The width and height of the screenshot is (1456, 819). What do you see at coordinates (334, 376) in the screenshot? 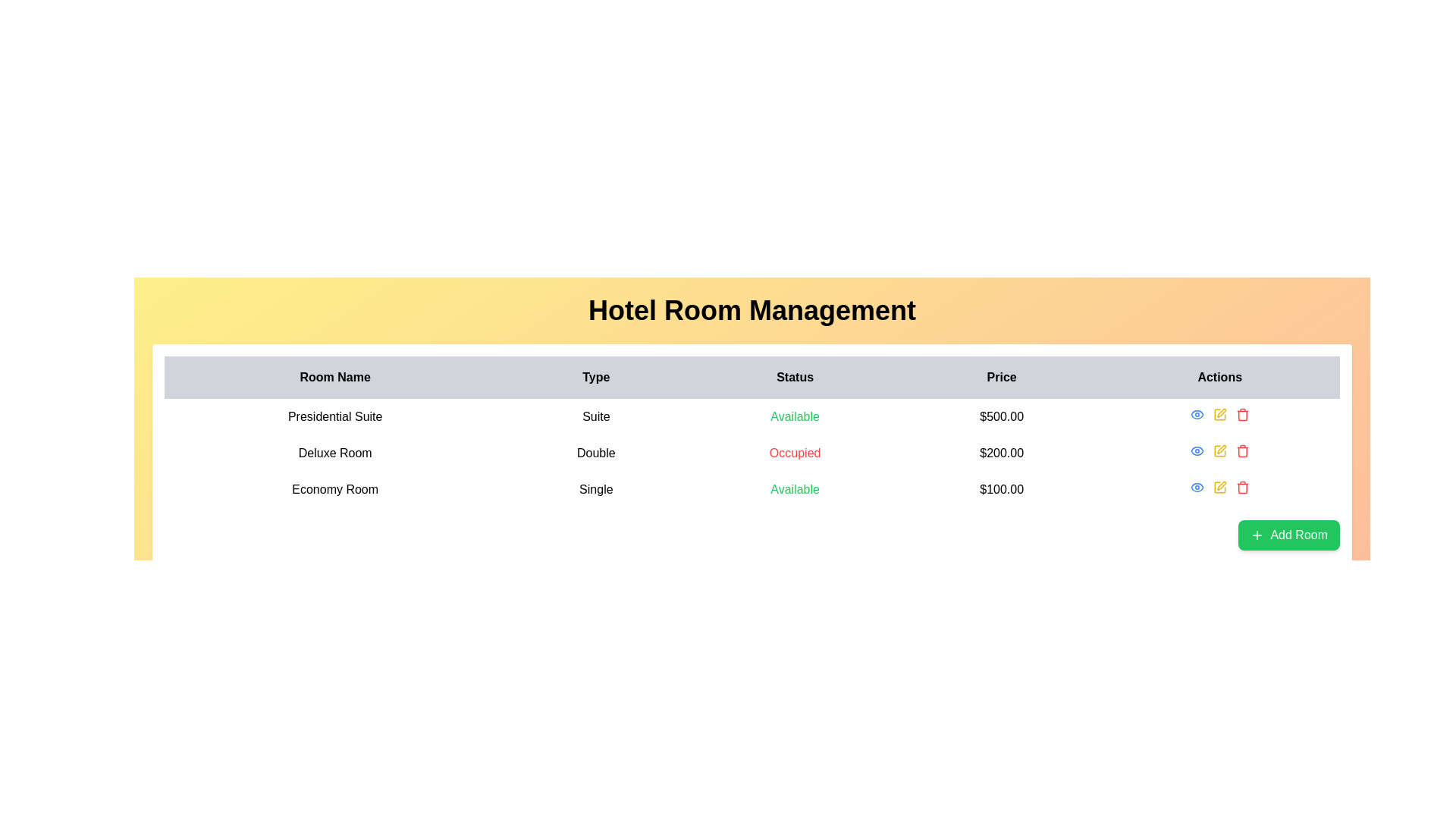
I see `the 'Room Name' text label, which is a medium-sized font label centered within a light gray rectangular background, serving as the first column header in a table layout` at bounding box center [334, 376].